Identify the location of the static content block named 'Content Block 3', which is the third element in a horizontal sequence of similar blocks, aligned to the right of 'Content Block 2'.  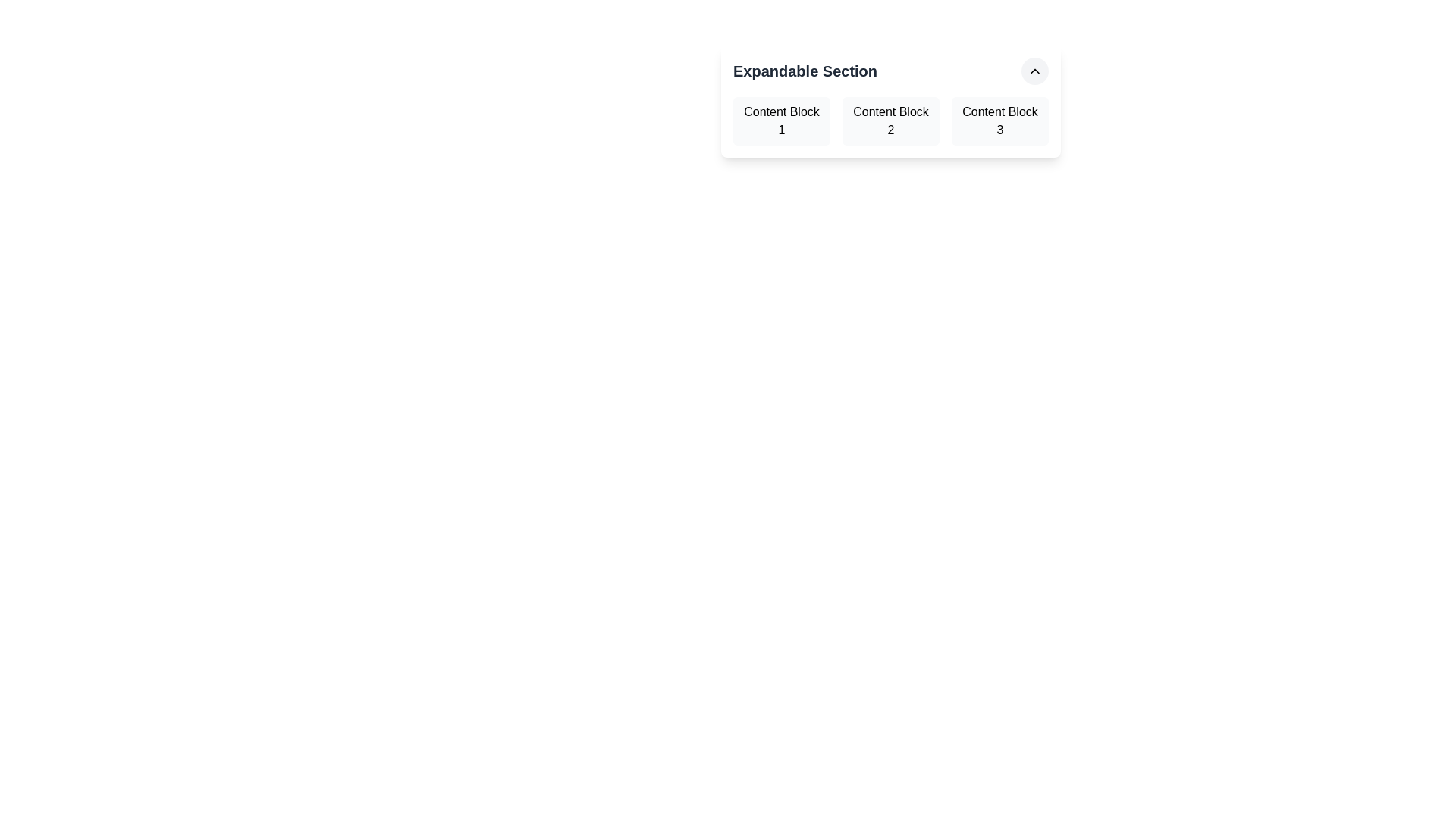
(1000, 120).